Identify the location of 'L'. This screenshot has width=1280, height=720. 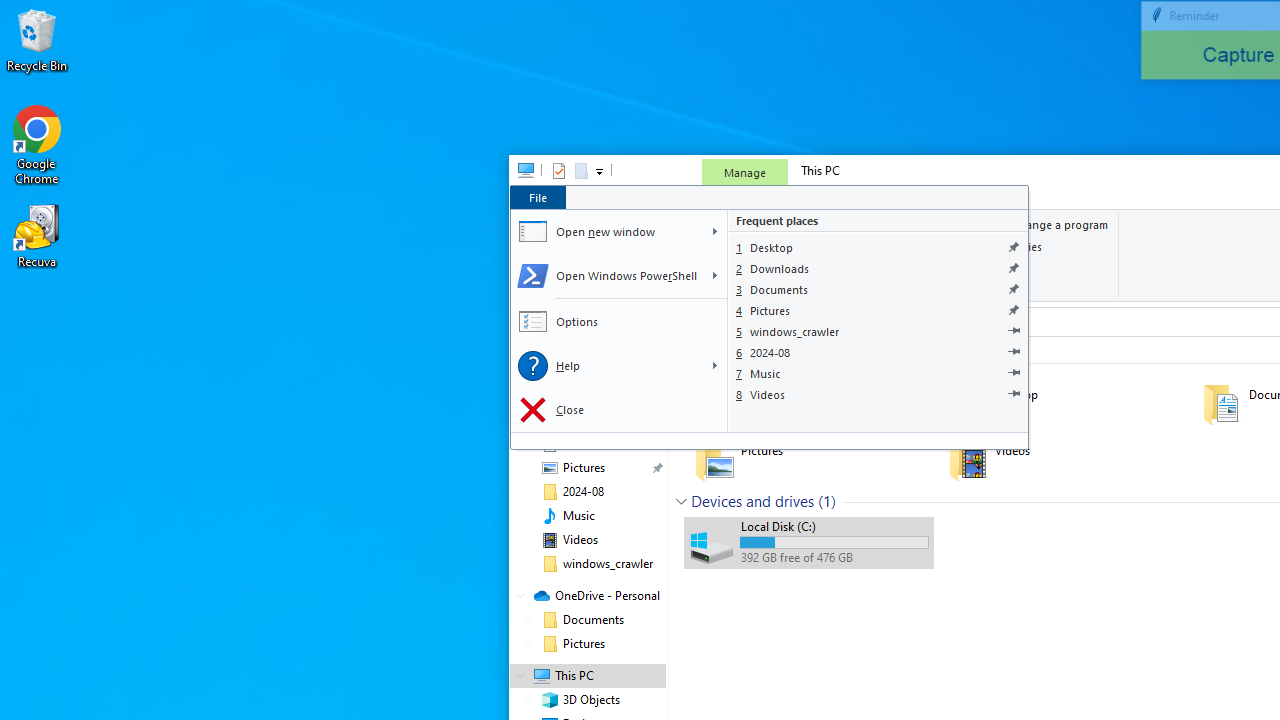
(714, 366).